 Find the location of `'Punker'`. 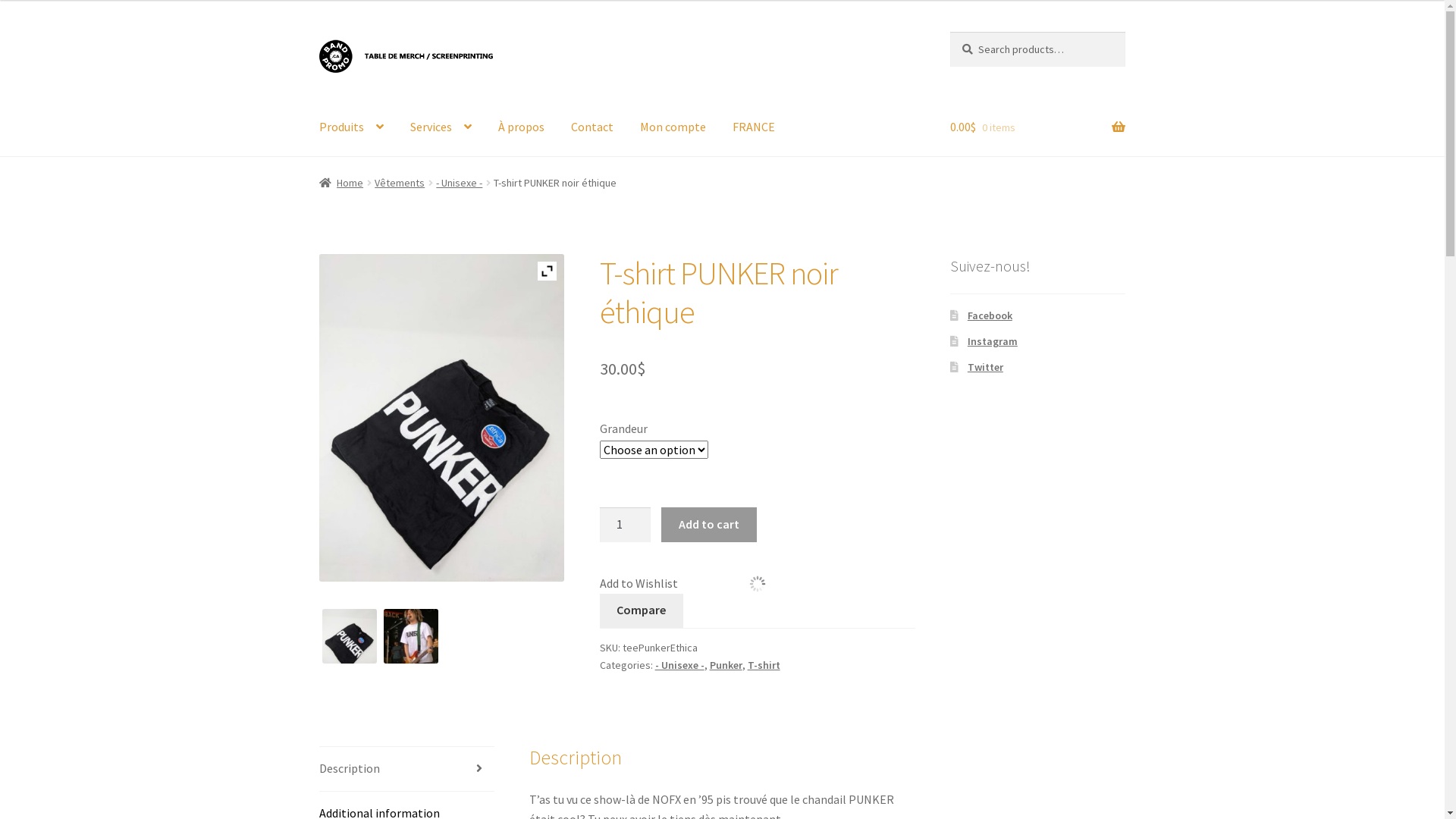

'Punker' is located at coordinates (725, 664).